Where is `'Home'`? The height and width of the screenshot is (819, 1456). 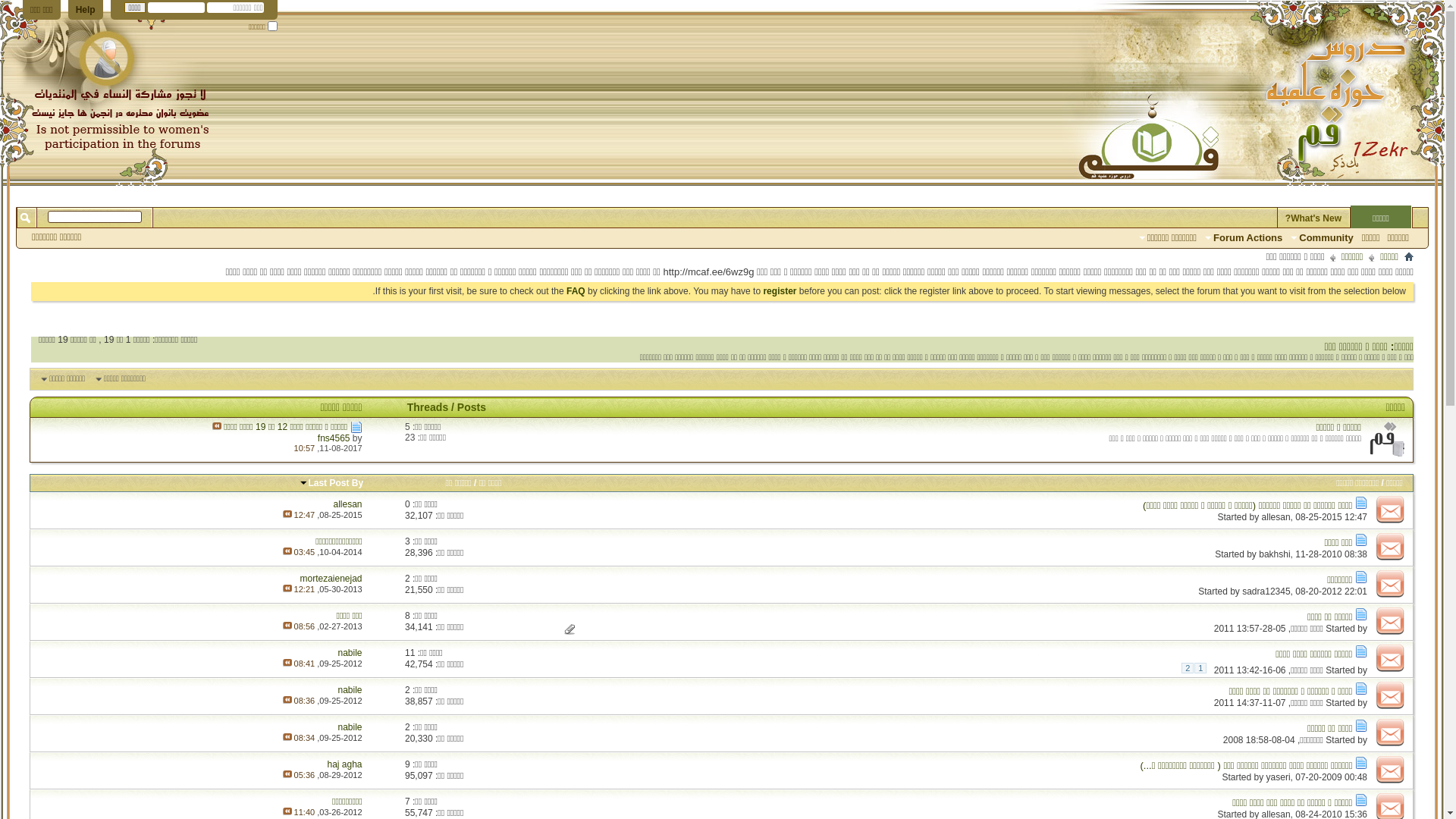 'Home' is located at coordinates (1407, 256).